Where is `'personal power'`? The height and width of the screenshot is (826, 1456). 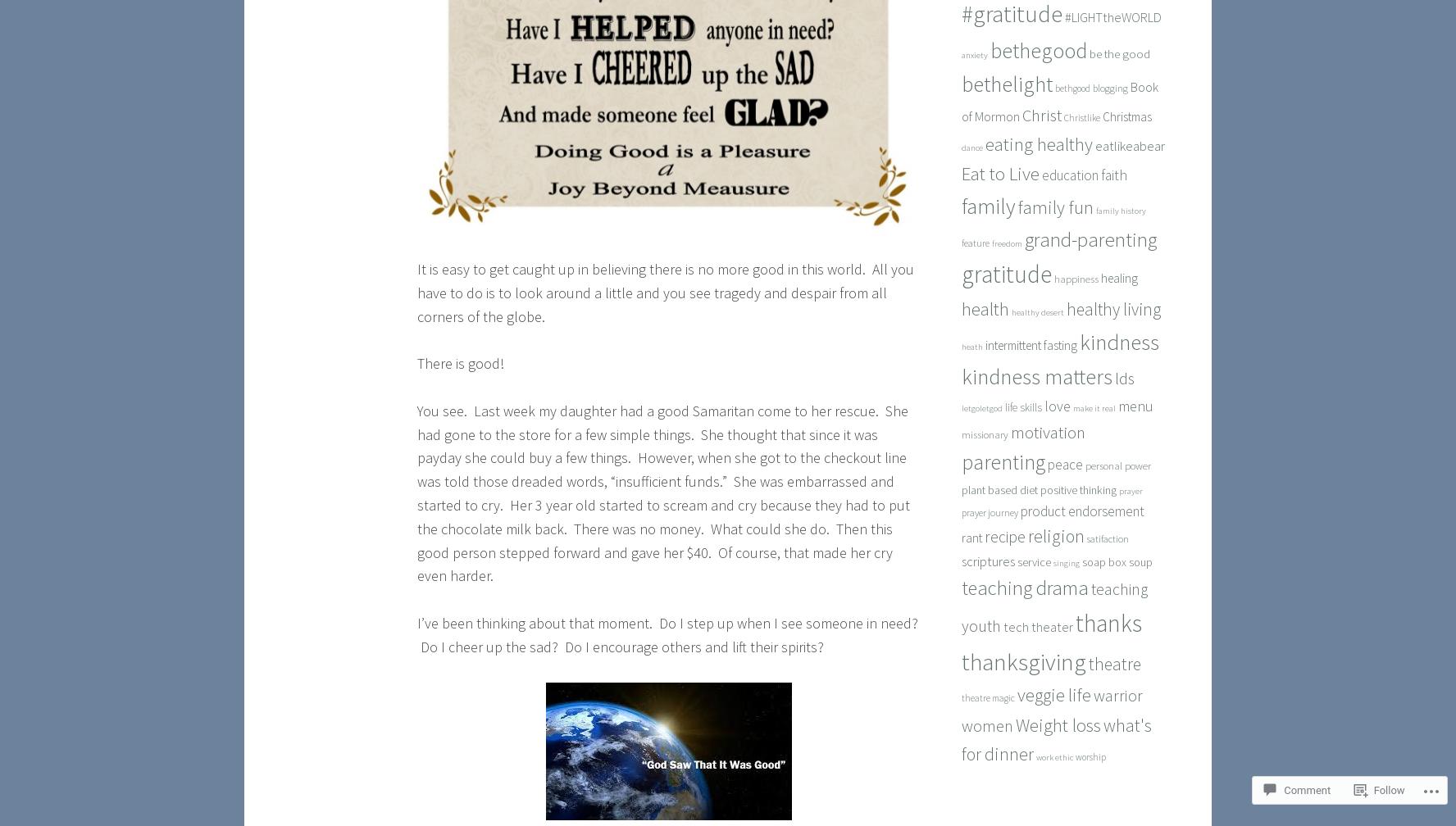
'personal power' is located at coordinates (1117, 465).